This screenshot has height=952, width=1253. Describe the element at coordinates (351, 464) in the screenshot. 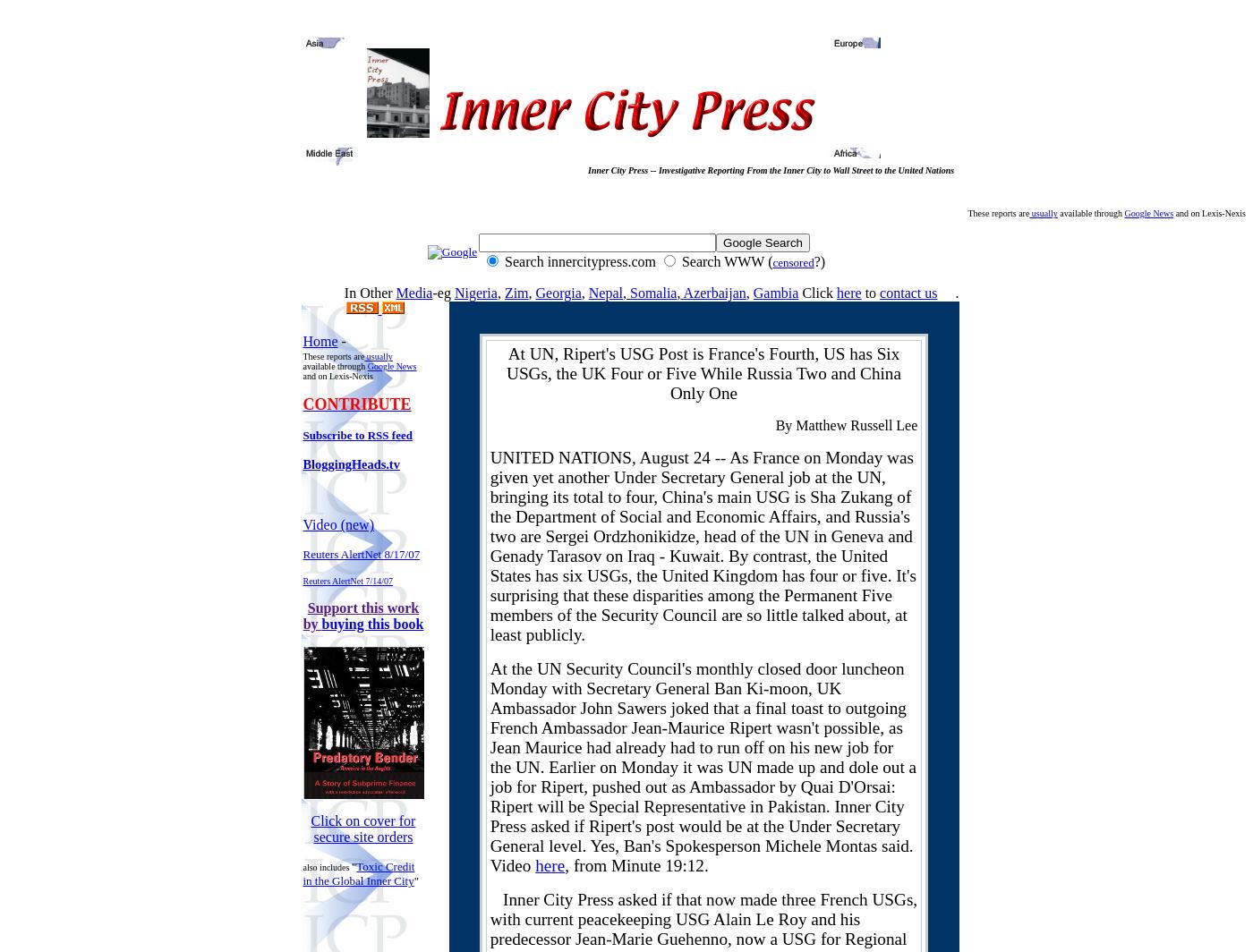

I see `'BloggingHeads.tv'` at that location.